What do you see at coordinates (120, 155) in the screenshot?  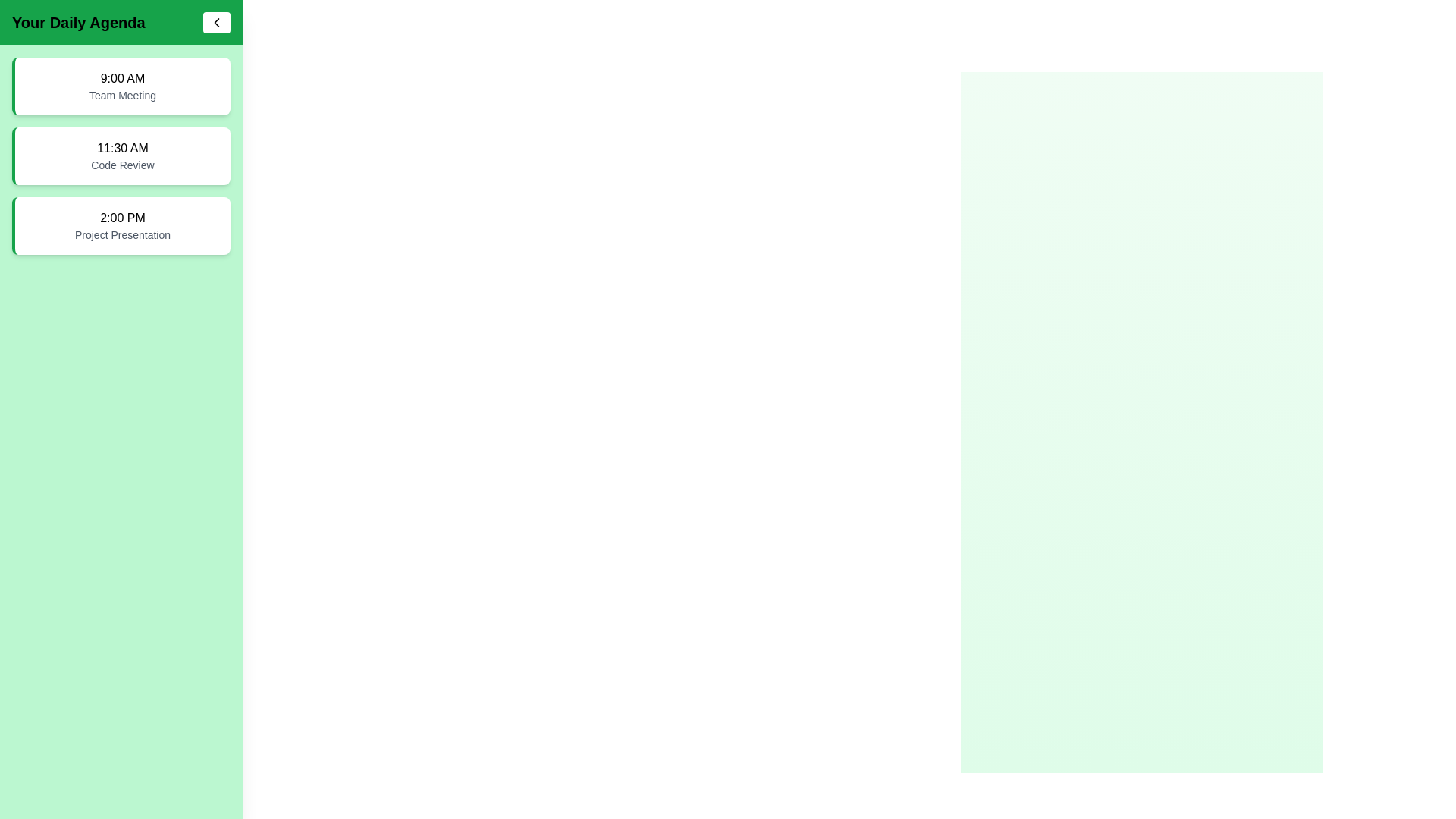 I see `the informational card displaying '11:30 AM' and 'Code Review', which is the second card in a vertical list of similar cards` at bounding box center [120, 155].